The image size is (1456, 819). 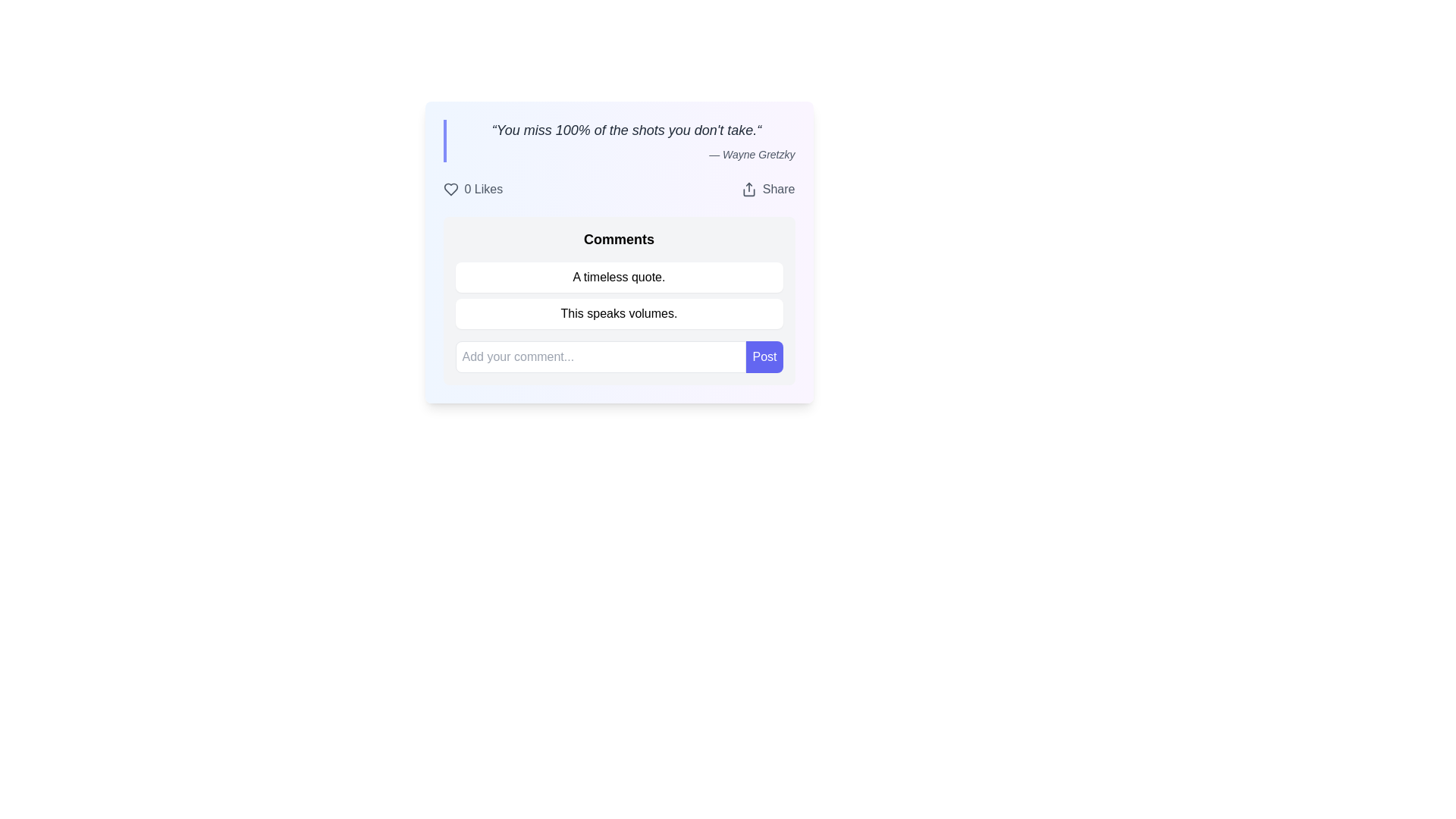 What do you see at coordinates (450, 189) in the screenshot?
I see `the heart-shaped icon located to the left of the text '0 Likes'` at bounding box center [450, 189].